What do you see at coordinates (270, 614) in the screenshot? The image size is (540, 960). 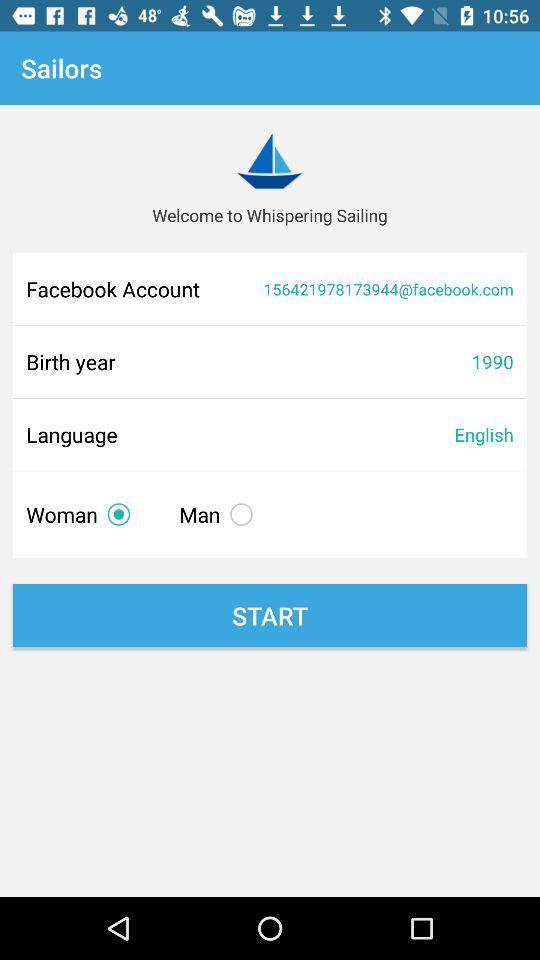 I see `the icon below woman item` at bounding box center [270, 614].